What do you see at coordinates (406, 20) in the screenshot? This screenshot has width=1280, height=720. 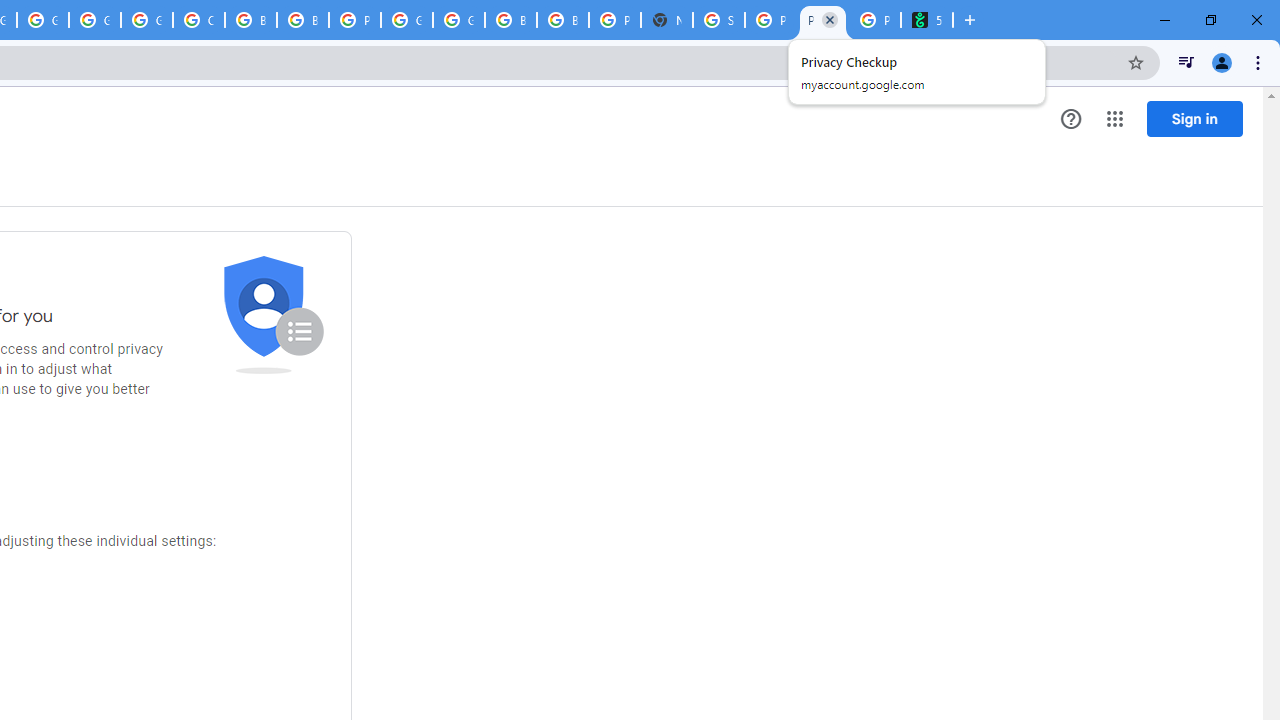 I see `'Google Cloud Platform'` at bounding box center [406, 20].